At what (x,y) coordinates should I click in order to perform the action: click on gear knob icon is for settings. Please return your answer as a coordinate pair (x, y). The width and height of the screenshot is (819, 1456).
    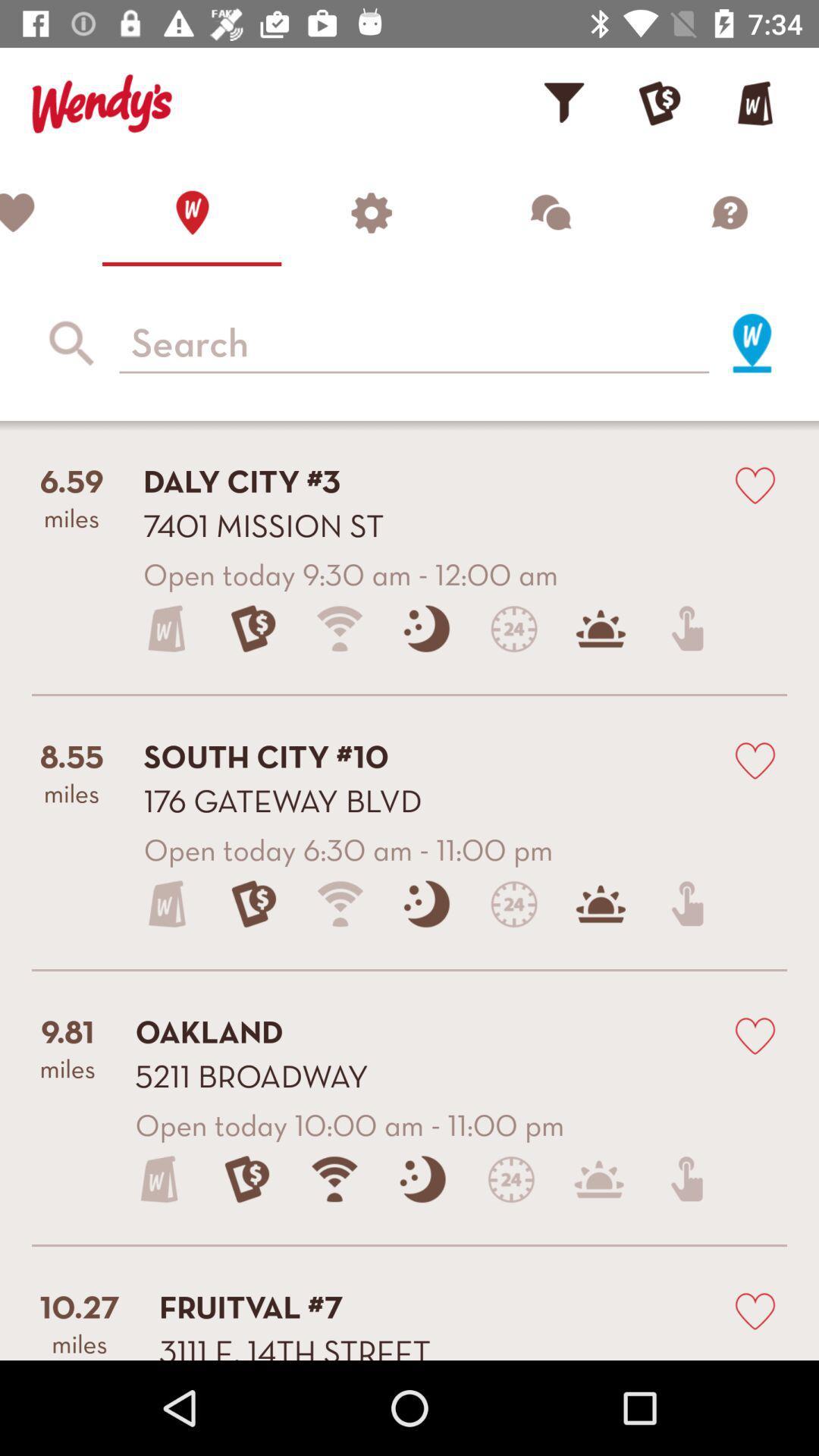
    Looking at the image, I should click on (371, 212).